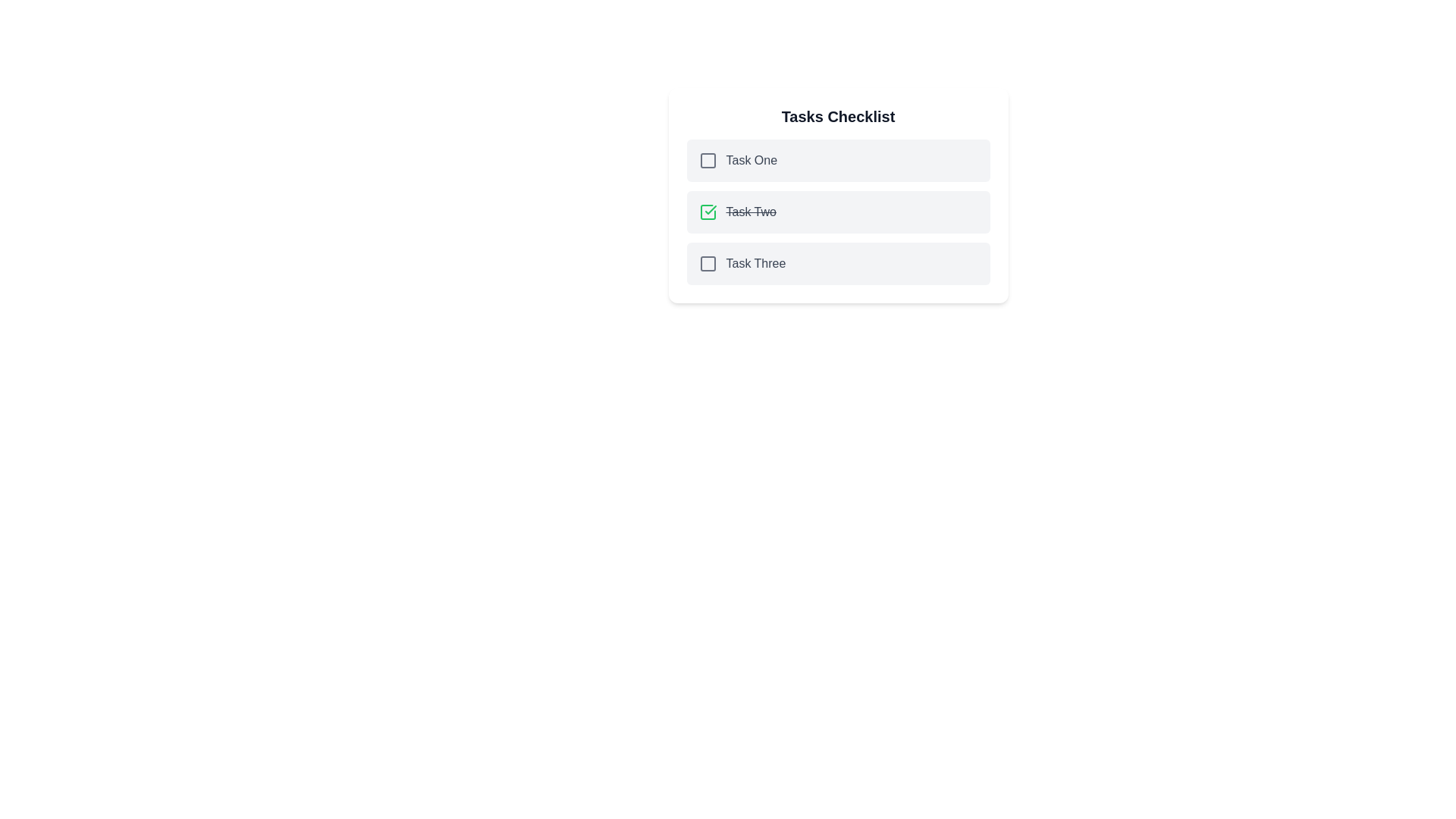  What do you see at coordinates (707, 161) in the screenshot?
I see `the red outlined checkbox associated with 'Task One'` at bounding box center [707, 161].